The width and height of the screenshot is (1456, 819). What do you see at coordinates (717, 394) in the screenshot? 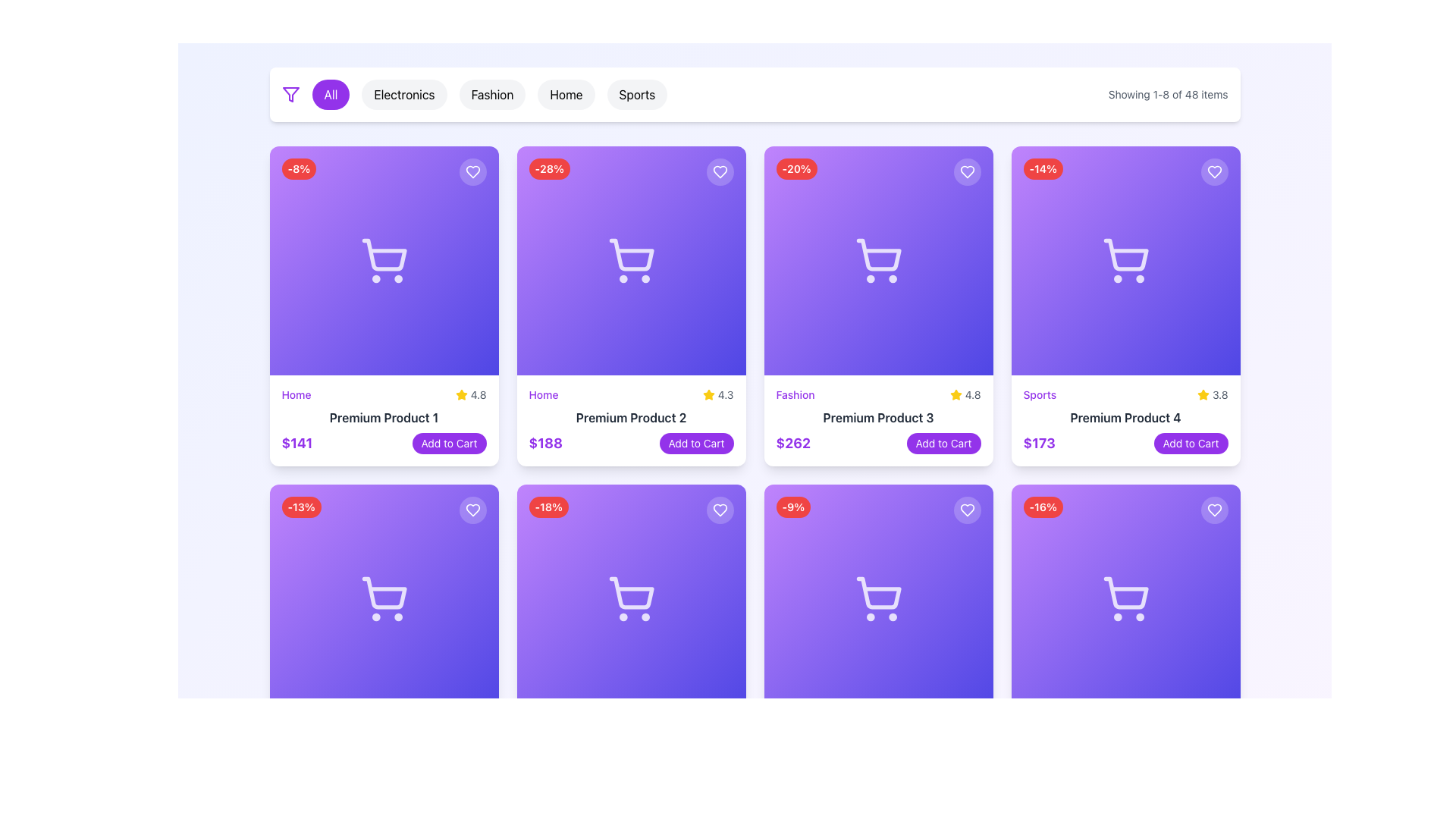
I see `text from the rating value text label located next to the star icon in the product card in the second column of the top row` at bounding box center [717, 394].